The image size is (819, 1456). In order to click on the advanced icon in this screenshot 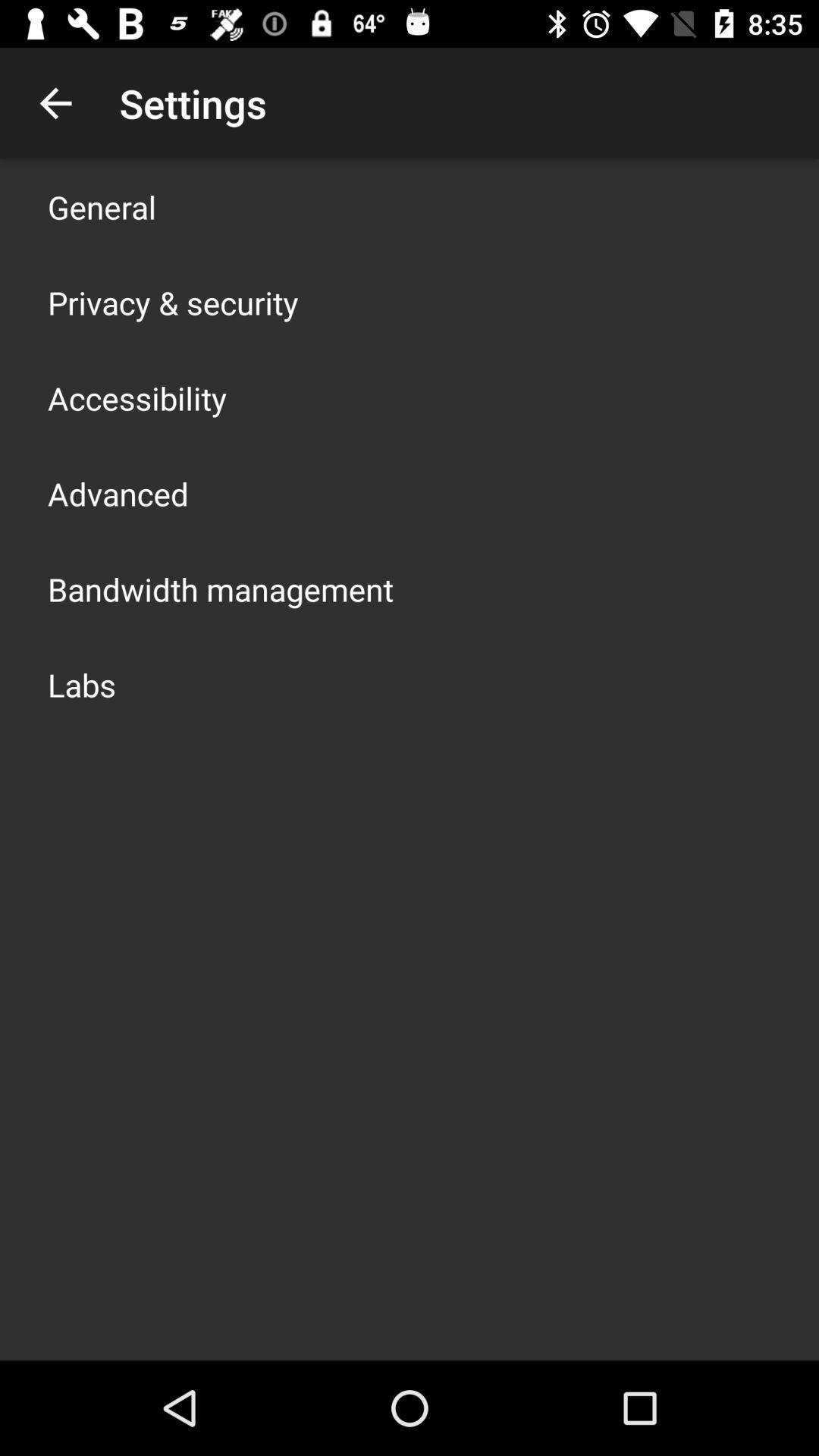, I will do `click(117, 494)`.